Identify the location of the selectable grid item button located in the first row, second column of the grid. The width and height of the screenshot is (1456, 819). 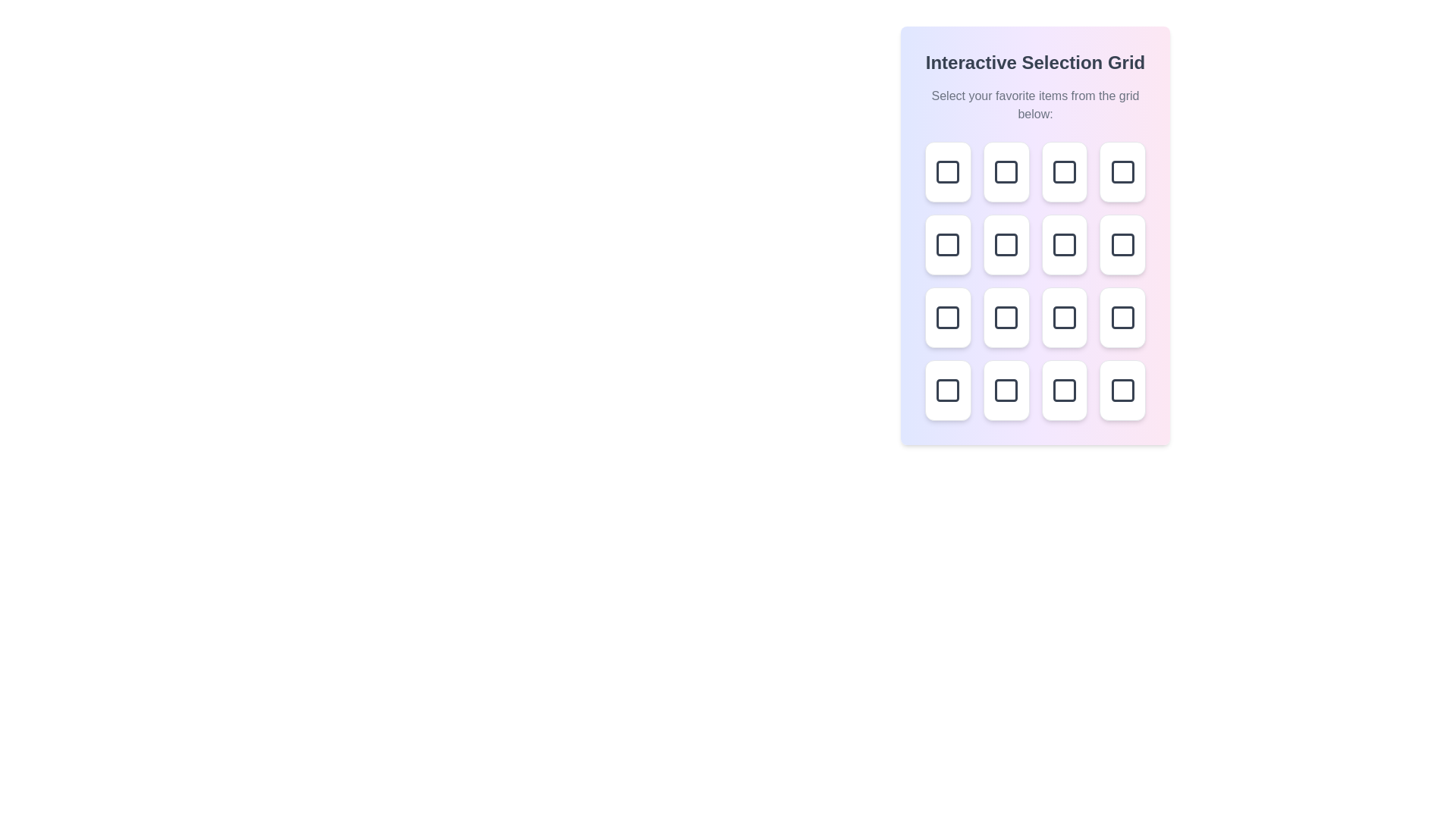
(1006, 171).